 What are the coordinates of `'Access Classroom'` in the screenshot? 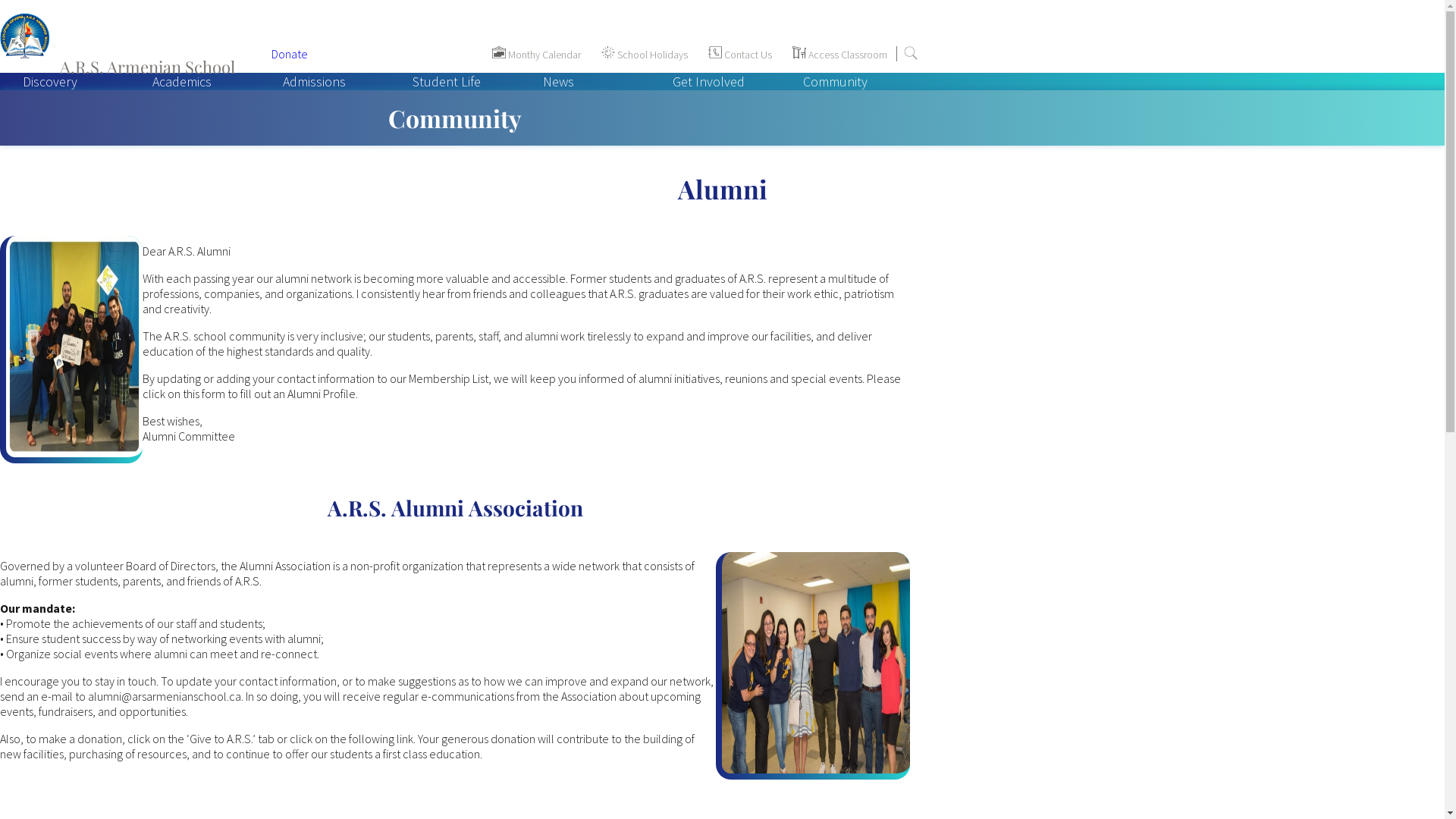 It's located at (783, 54).